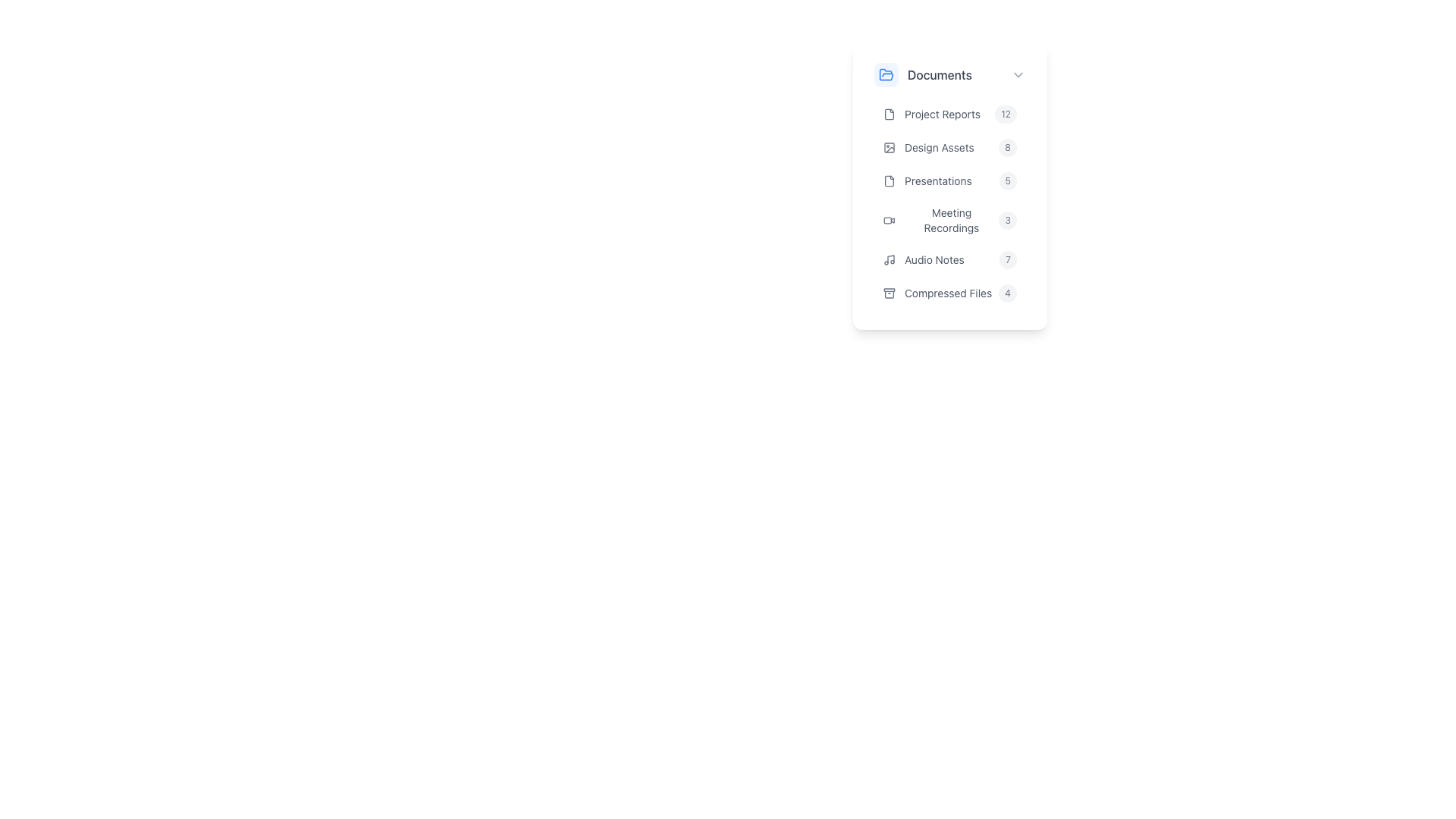 The height and width of the screenshot is (819, 1456). Describe the element at coordinates (886, 74) in the screenshot. I see `the open folder icon with a blue outline located in the upper-left corner of the 'Documents' panel` at that location.